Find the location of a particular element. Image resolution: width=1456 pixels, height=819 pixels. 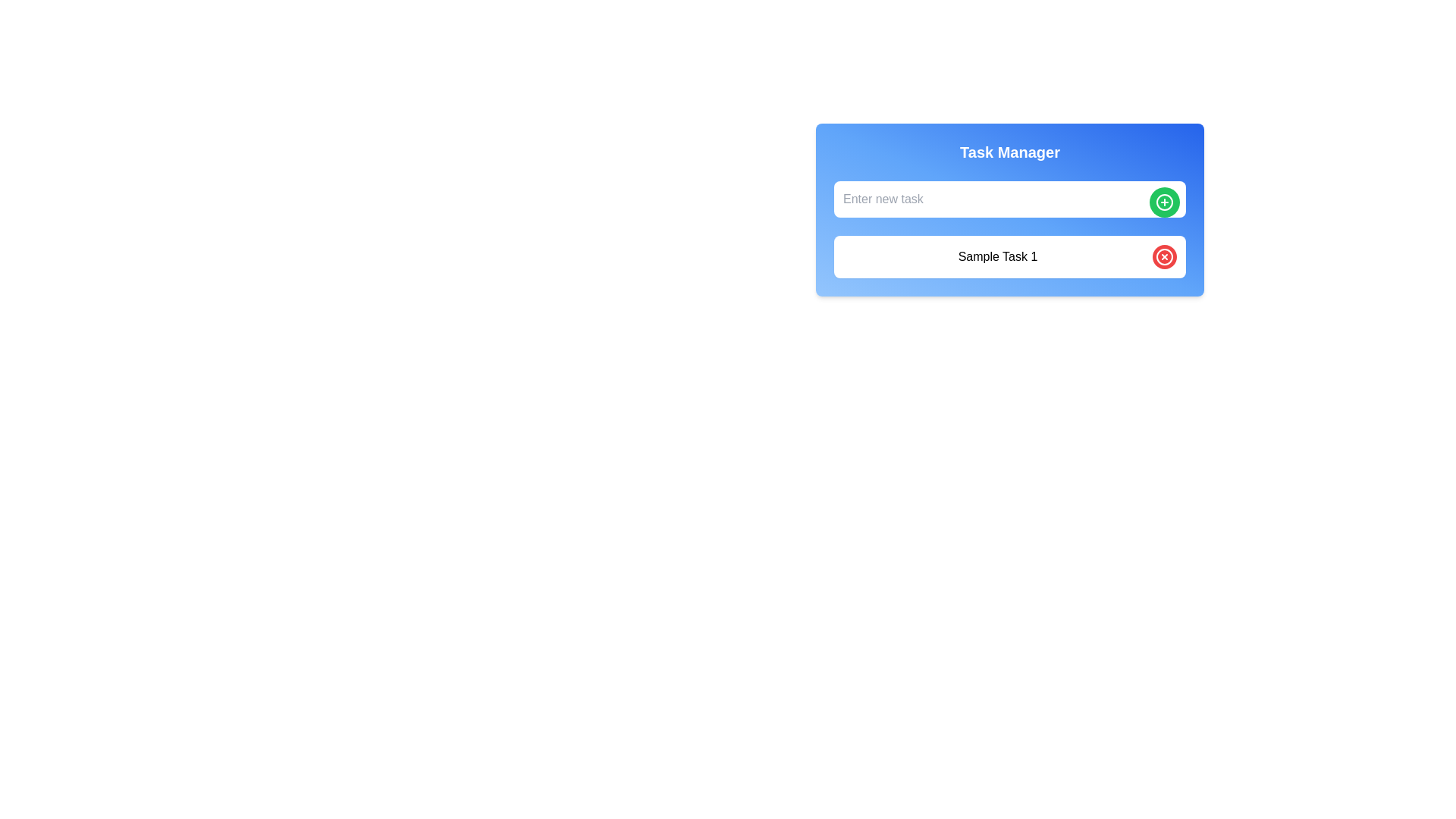

the circular SVG graphic used as a delete icon located to the right of the task text 'Sample Task 1' in the second list item is located at coordinates (1164, 256).